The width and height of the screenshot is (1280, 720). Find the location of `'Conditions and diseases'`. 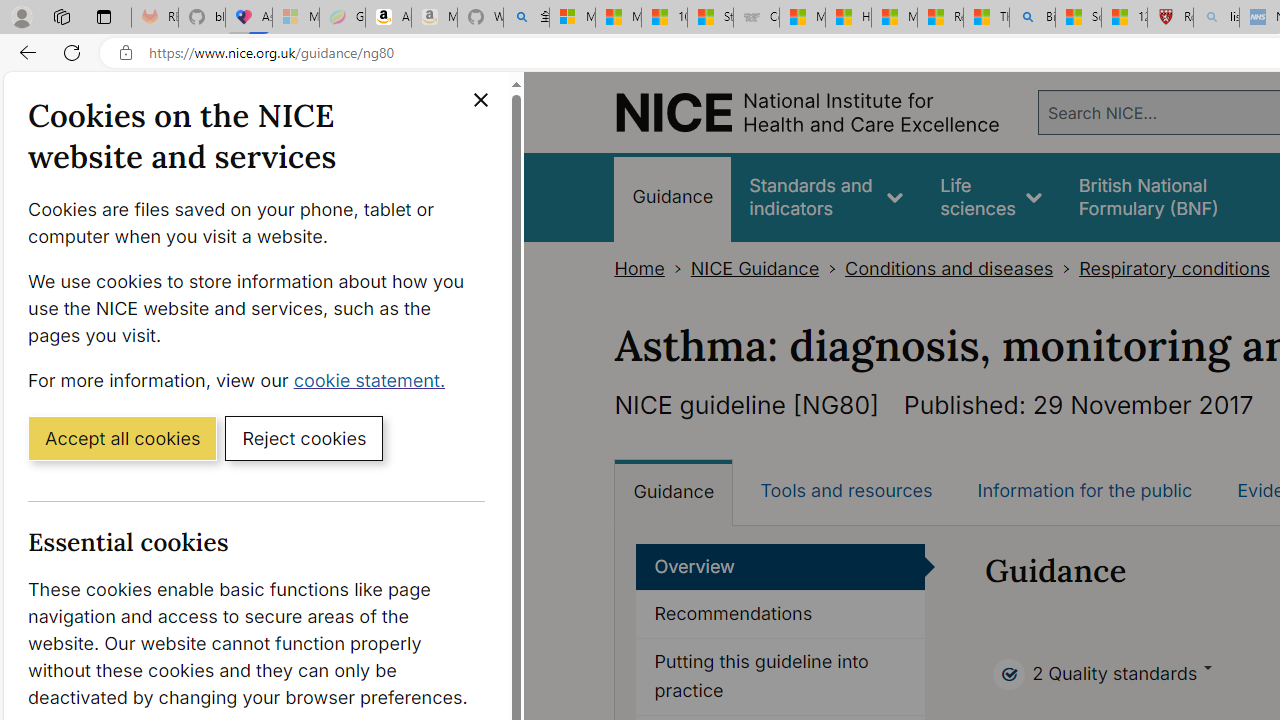

'Conditions and diseases' is located at coordinates (948, 268).